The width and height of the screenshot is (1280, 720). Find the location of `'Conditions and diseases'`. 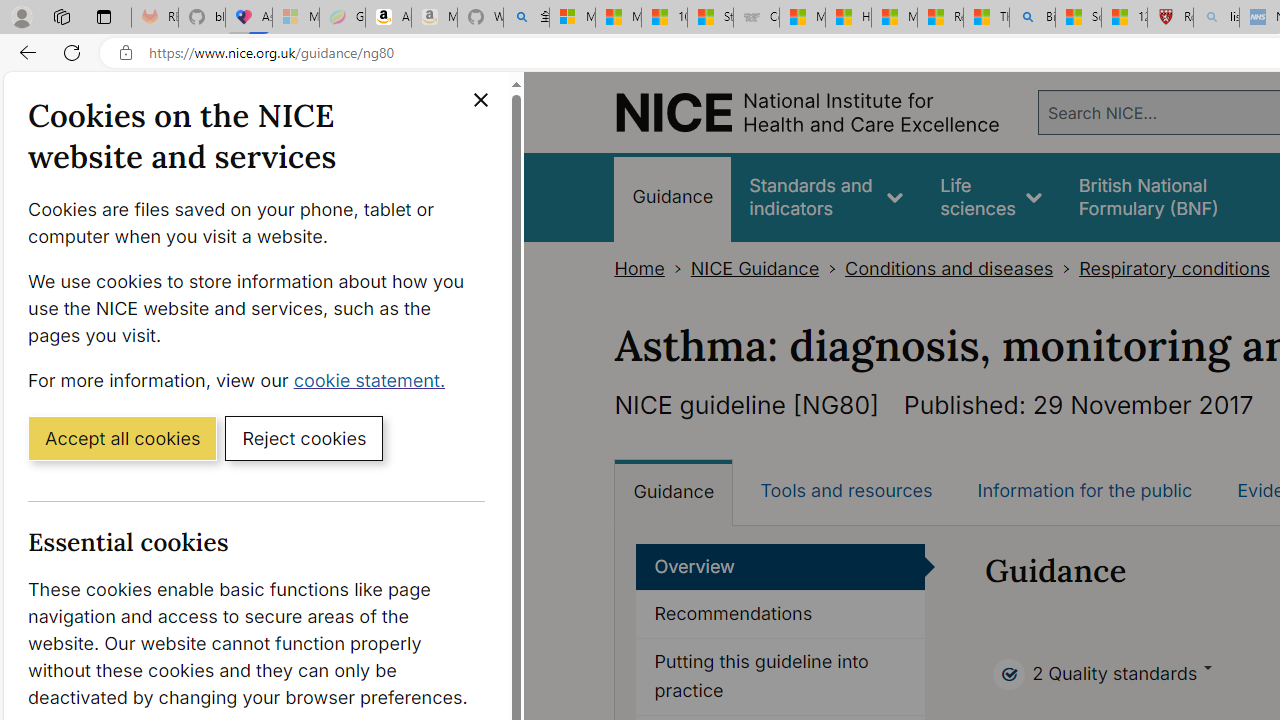

'Conditions and diseases' is located at coordinates (948, 268).